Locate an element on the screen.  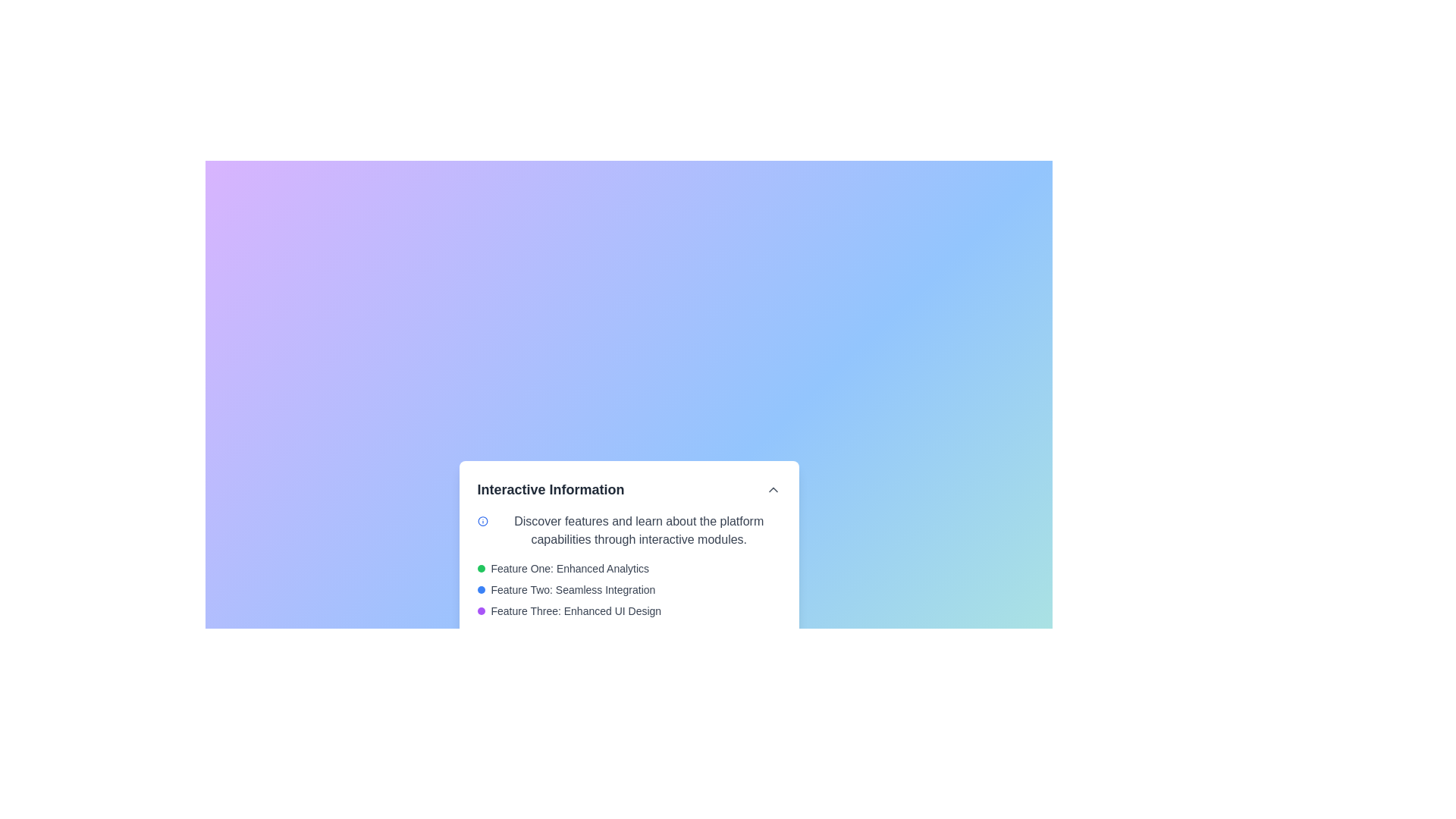
the informational Text block that guides users through the platform's features, located centrally beneath the heading 'Interactive Information' is located at coordinates (639, 529).